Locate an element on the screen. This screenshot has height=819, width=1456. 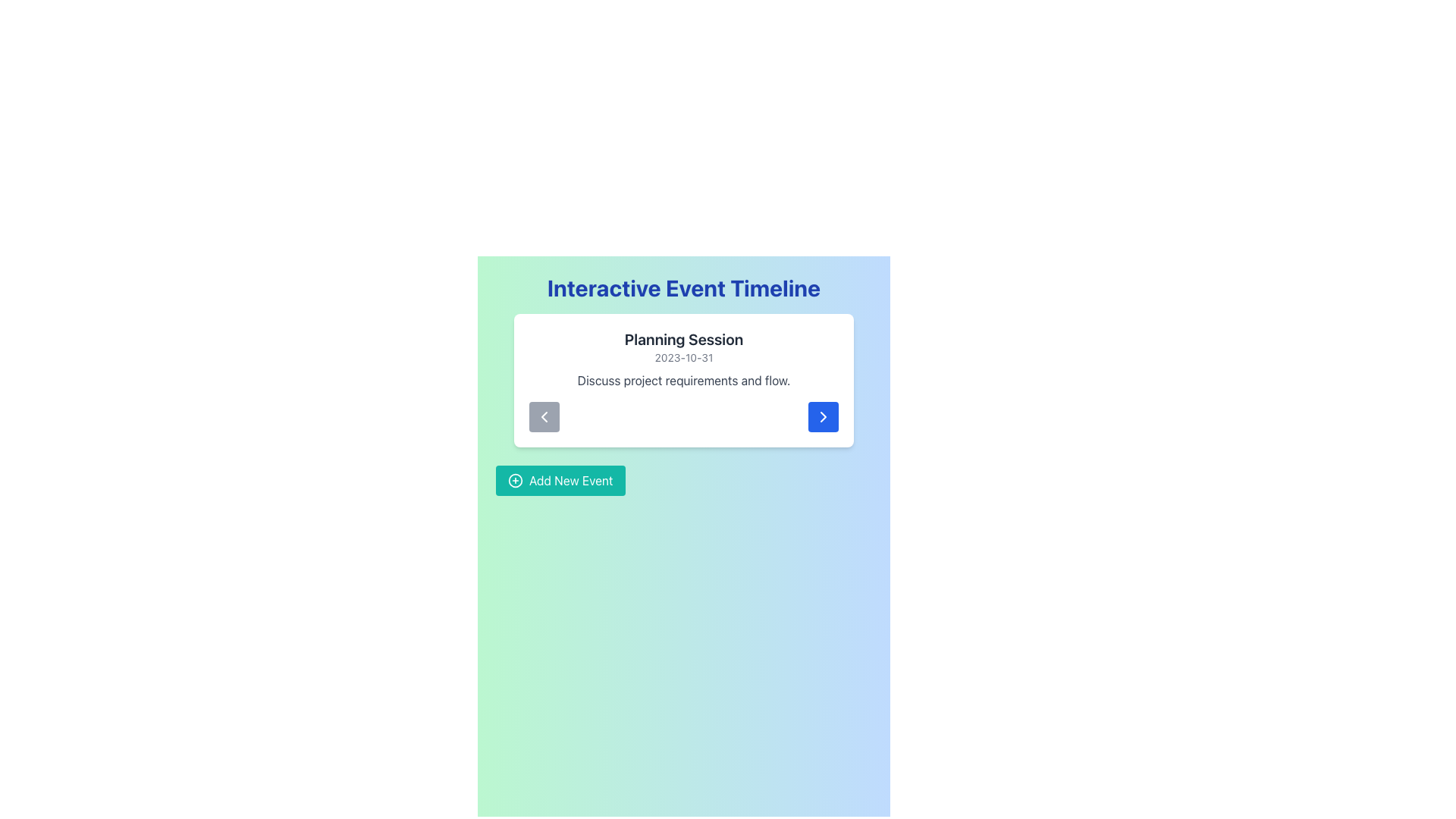
the blue square button with a white leftward chevron icon, located within the event card component to the left of the descriptive text is located at coordinates (544, 417).